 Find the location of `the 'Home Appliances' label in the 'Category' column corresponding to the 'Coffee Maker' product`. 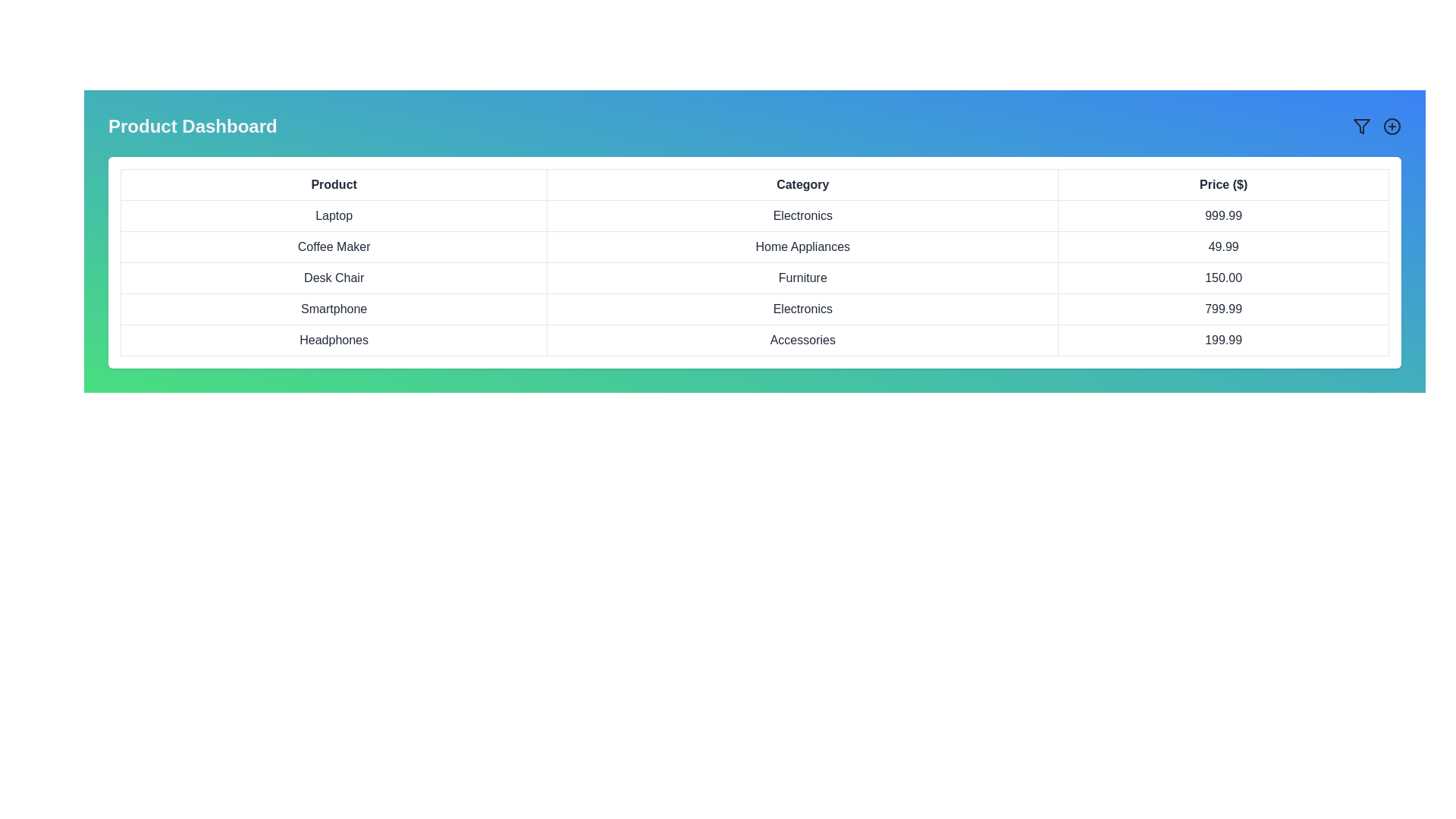

the 'Home Appliances' label in the 'Category' column corresponding to the 'Coffee Maker' product is located at coordinates (802, 246).